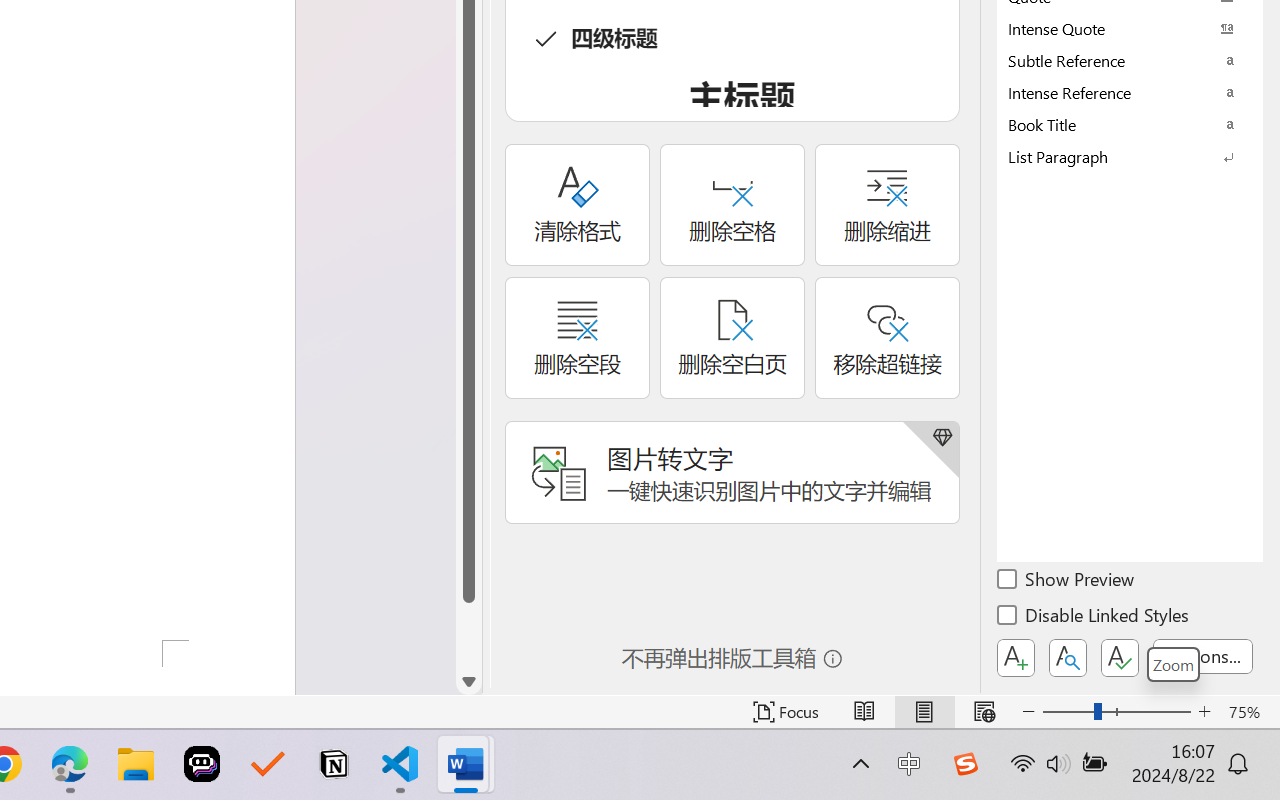  I want to click on 'Options...', so click(1202, 655).